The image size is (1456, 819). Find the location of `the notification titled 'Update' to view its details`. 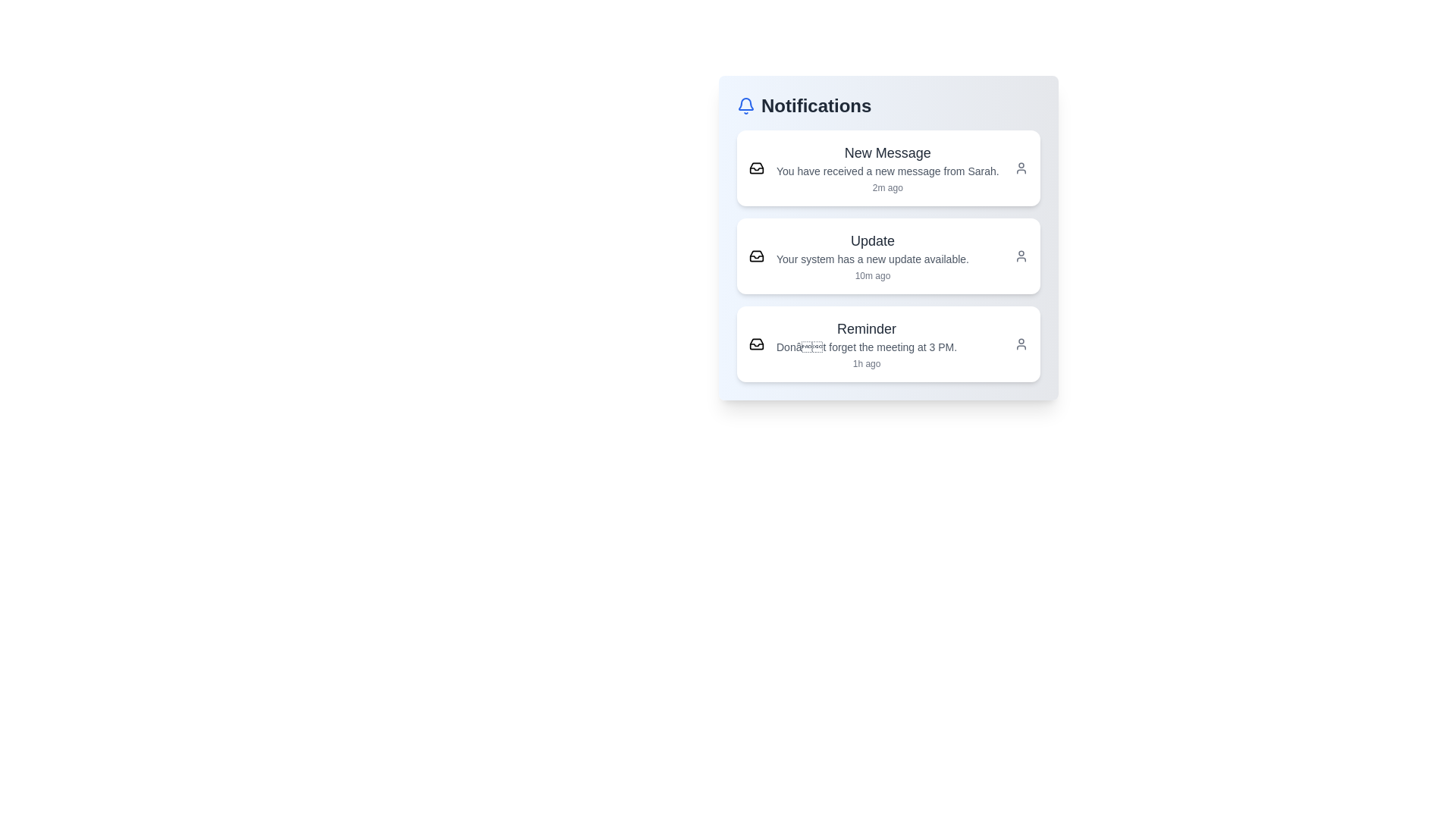

the notification titled 'Update' to view its details is located at coordinates (888, 256).